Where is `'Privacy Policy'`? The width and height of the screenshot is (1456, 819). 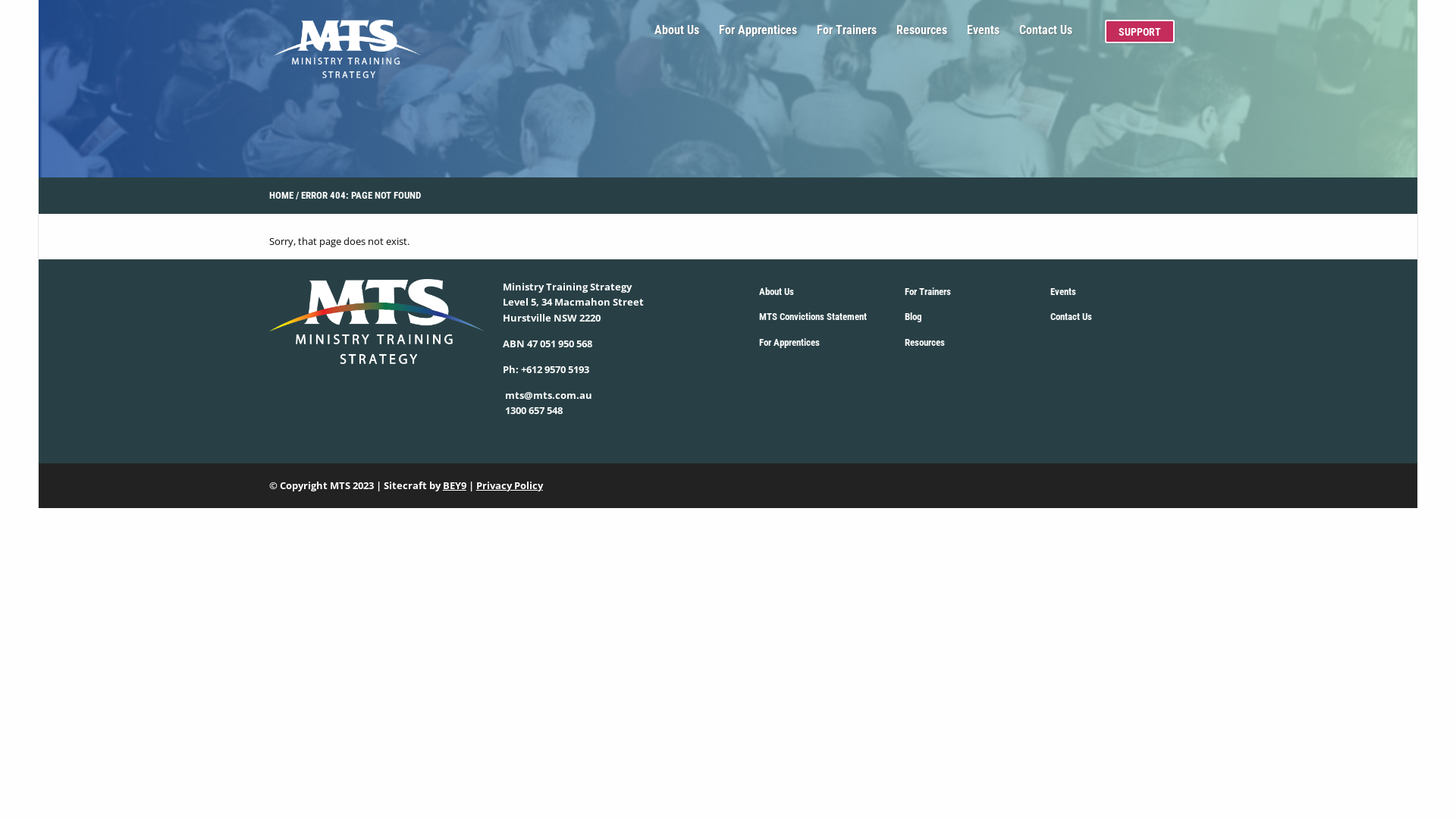
'Privacy Policy' is located at coordinates (510, 485).